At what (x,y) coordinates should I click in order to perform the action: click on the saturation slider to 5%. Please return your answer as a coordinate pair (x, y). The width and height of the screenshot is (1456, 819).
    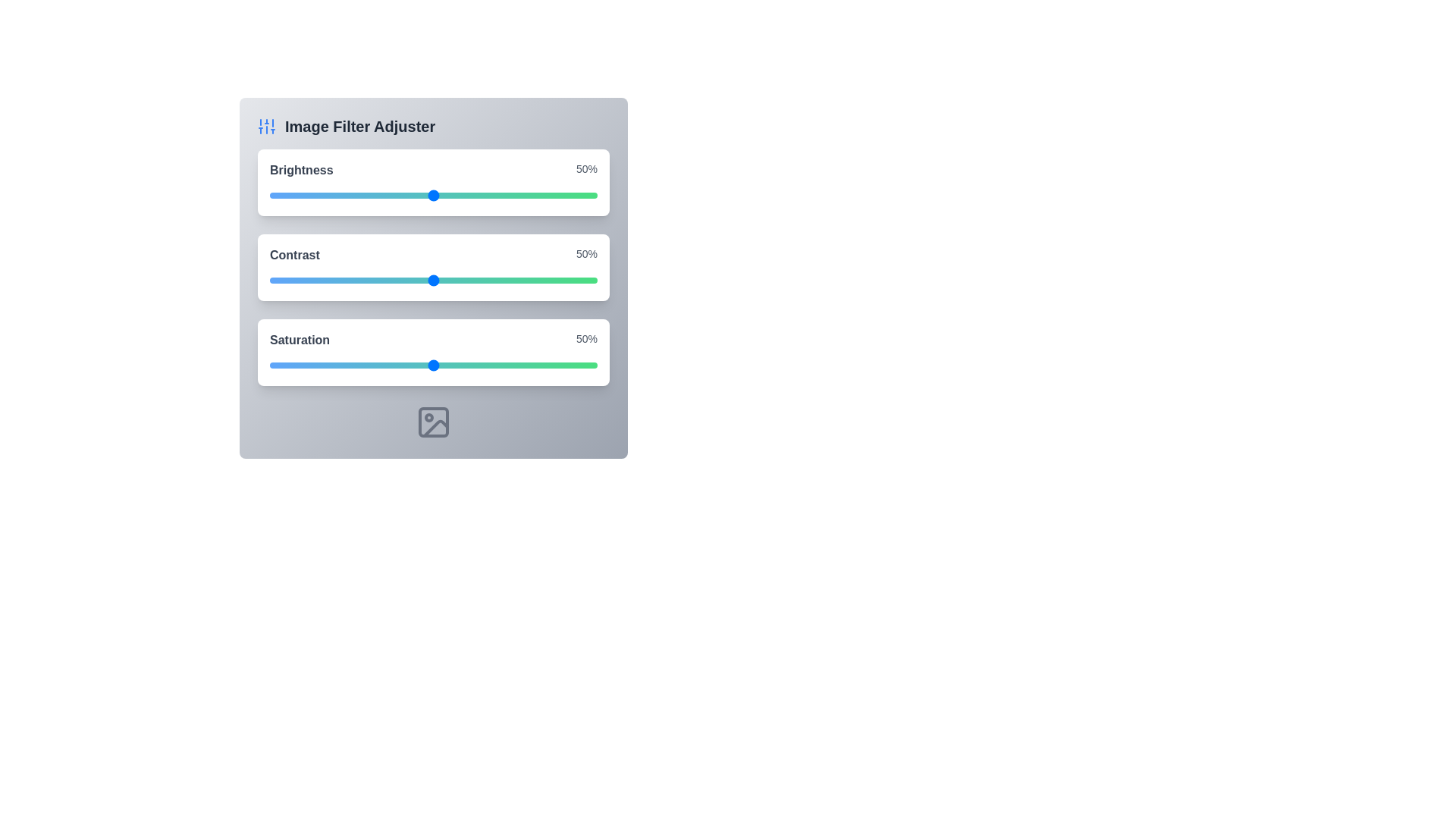
    Looking at the image, I should click on (286, 366).